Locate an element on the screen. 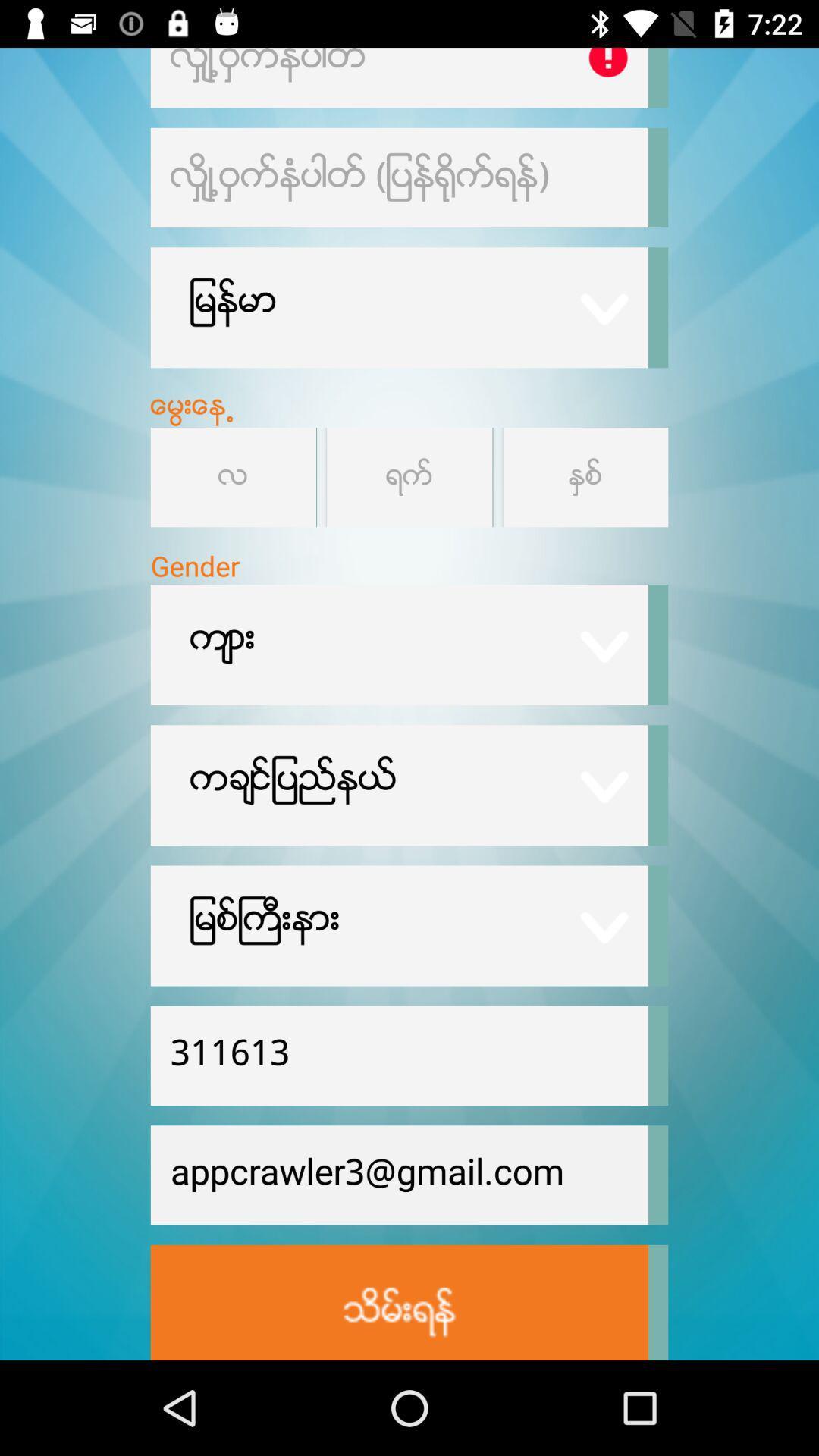 This screenshot has width=819, height=1456. confirm is located at coordinates (398, 1301).